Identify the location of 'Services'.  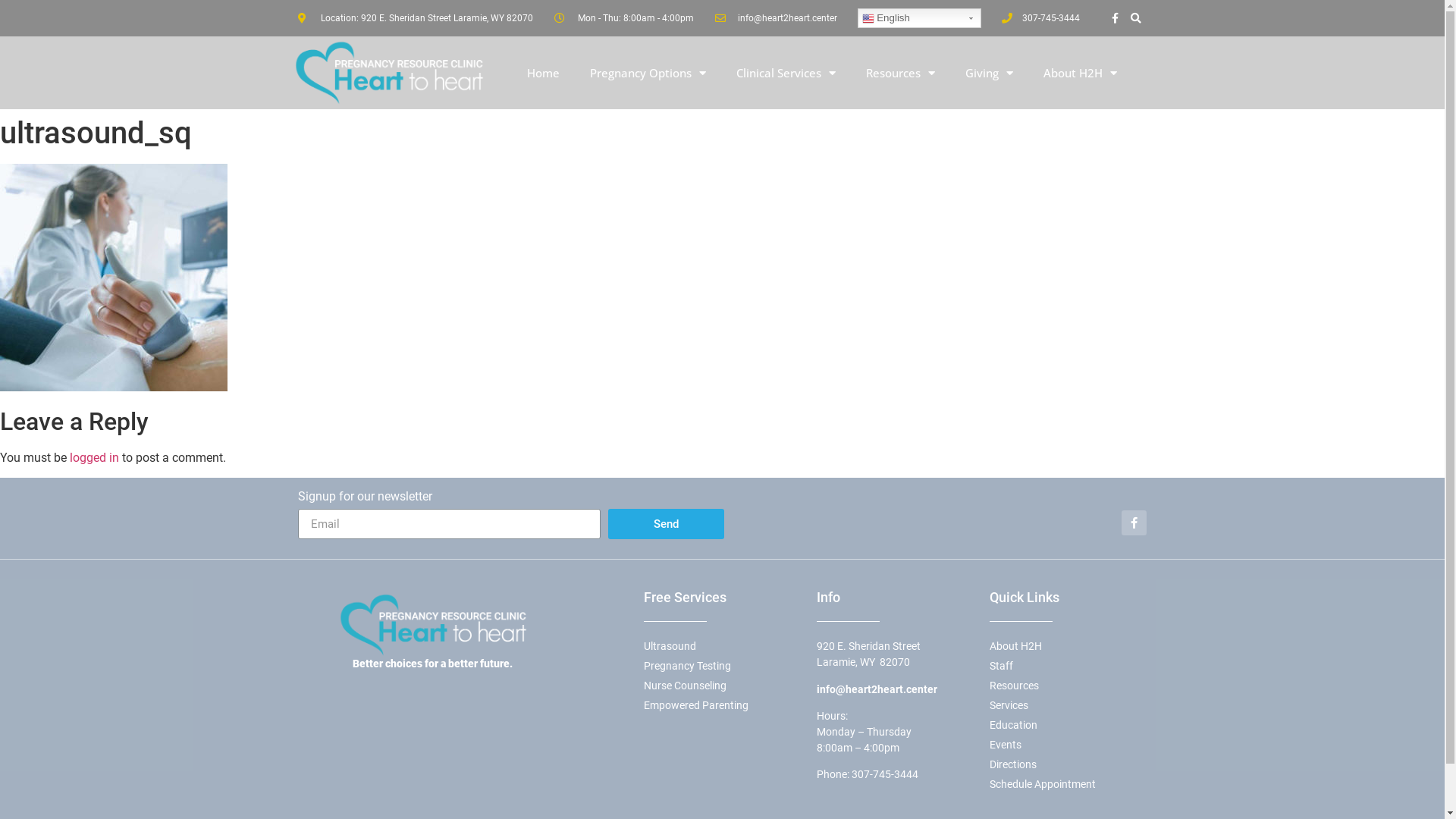
(989, 705).